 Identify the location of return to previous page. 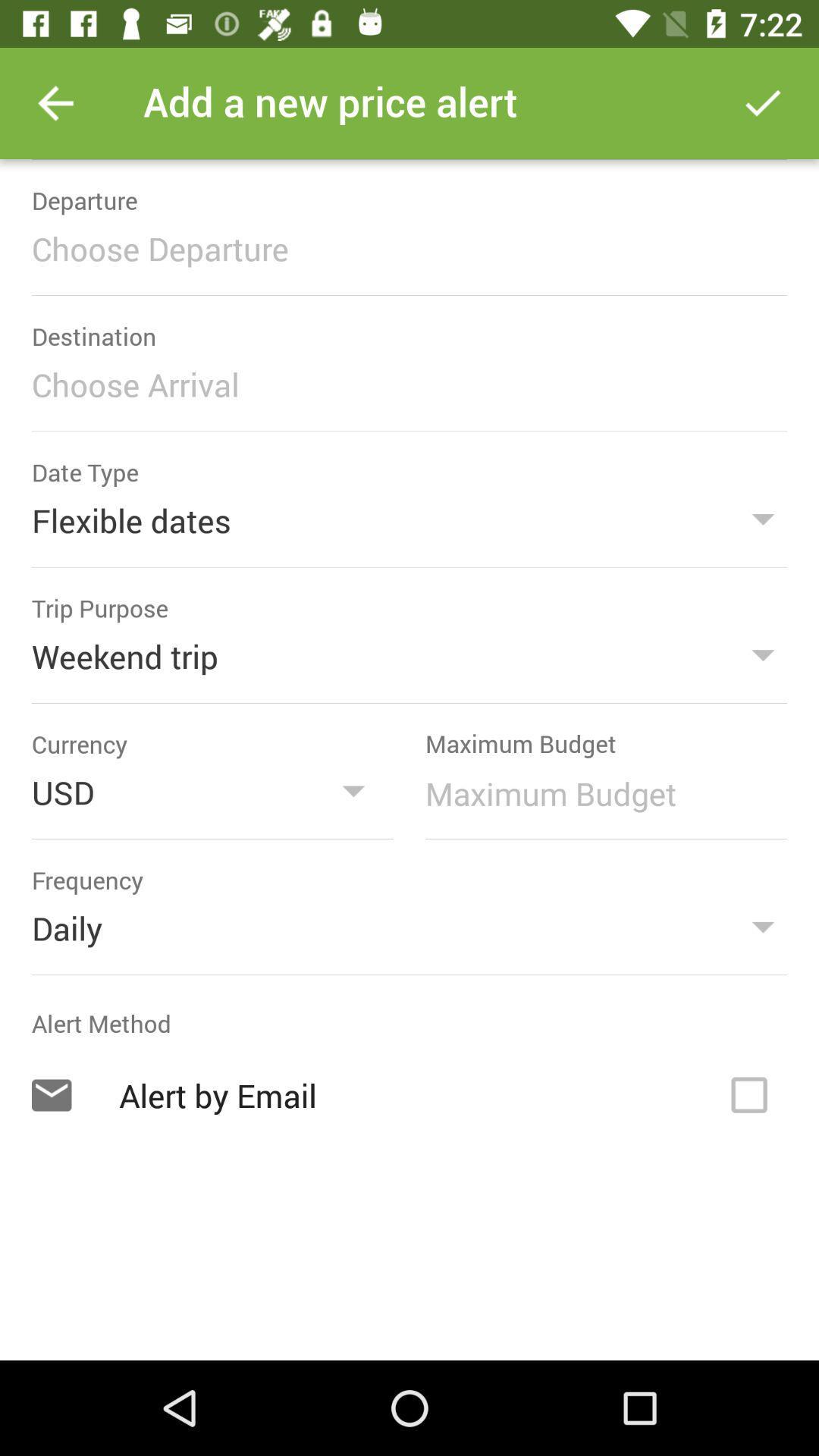
(55, 102).